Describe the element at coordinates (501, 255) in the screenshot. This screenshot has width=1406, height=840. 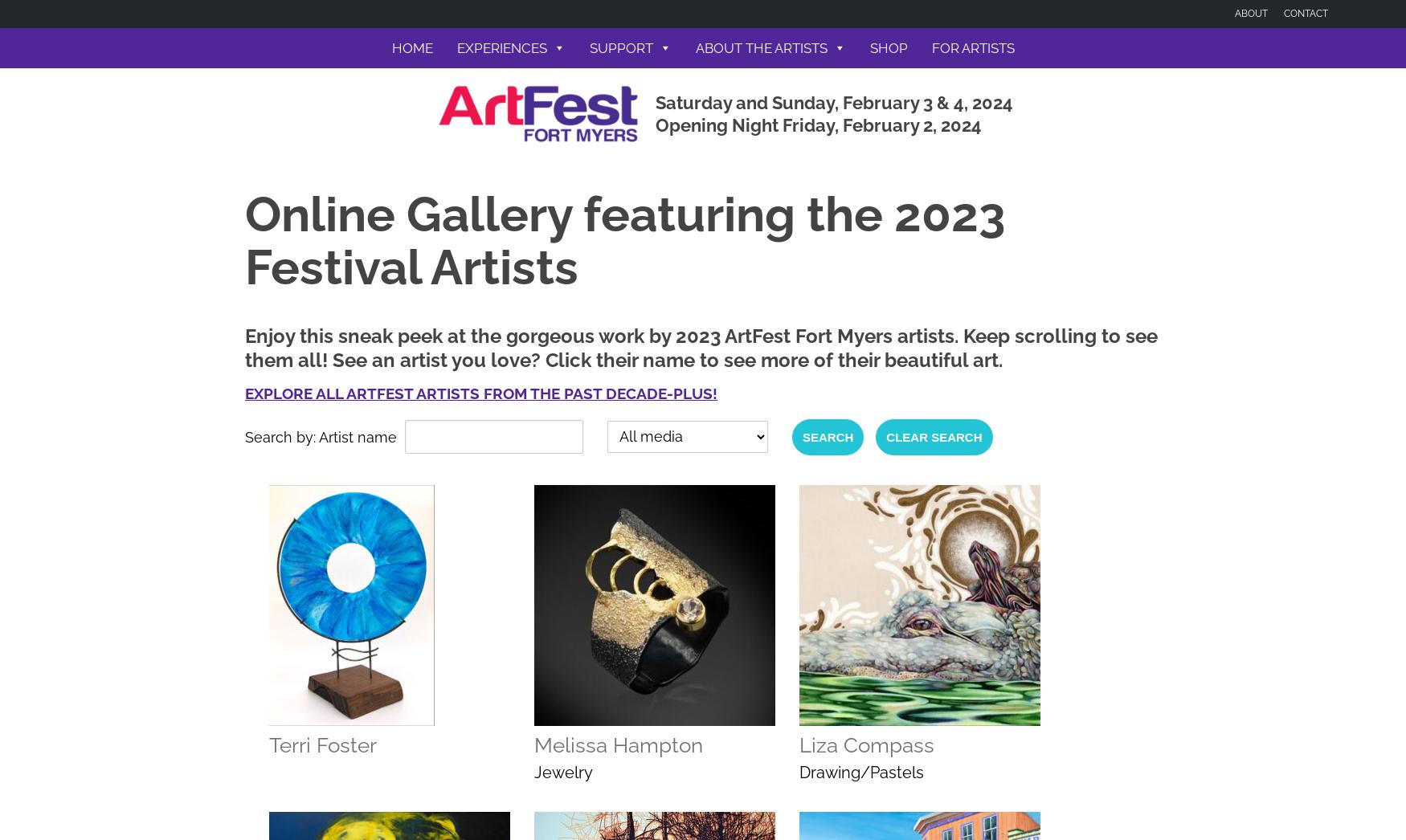
I see `'Get VIP Access'` at that location.